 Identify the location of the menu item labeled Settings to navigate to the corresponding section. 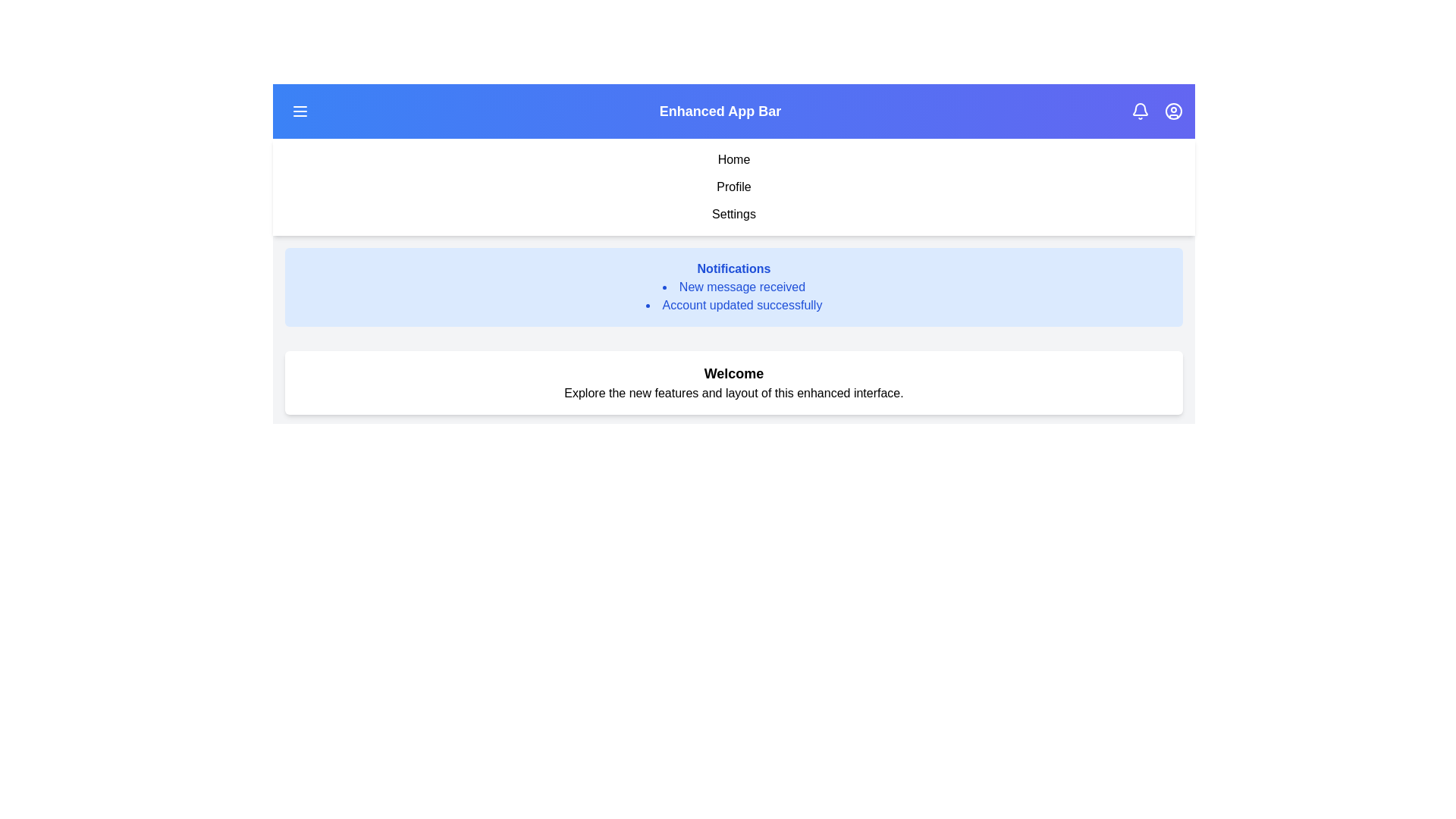
(734, 214).